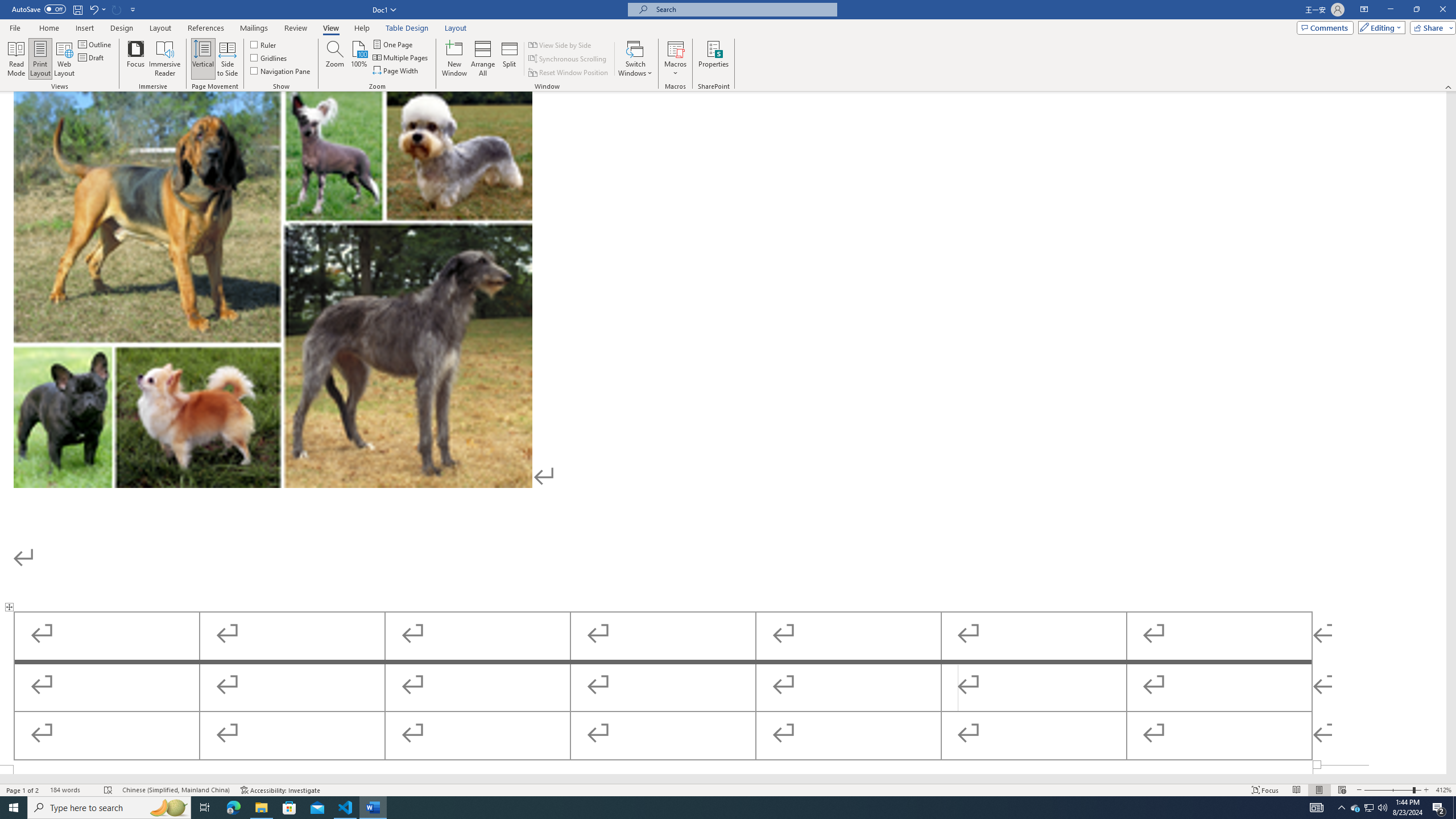 This screenshot has width=1456, height=819. I want to click on 'Can', so click(117, 9).